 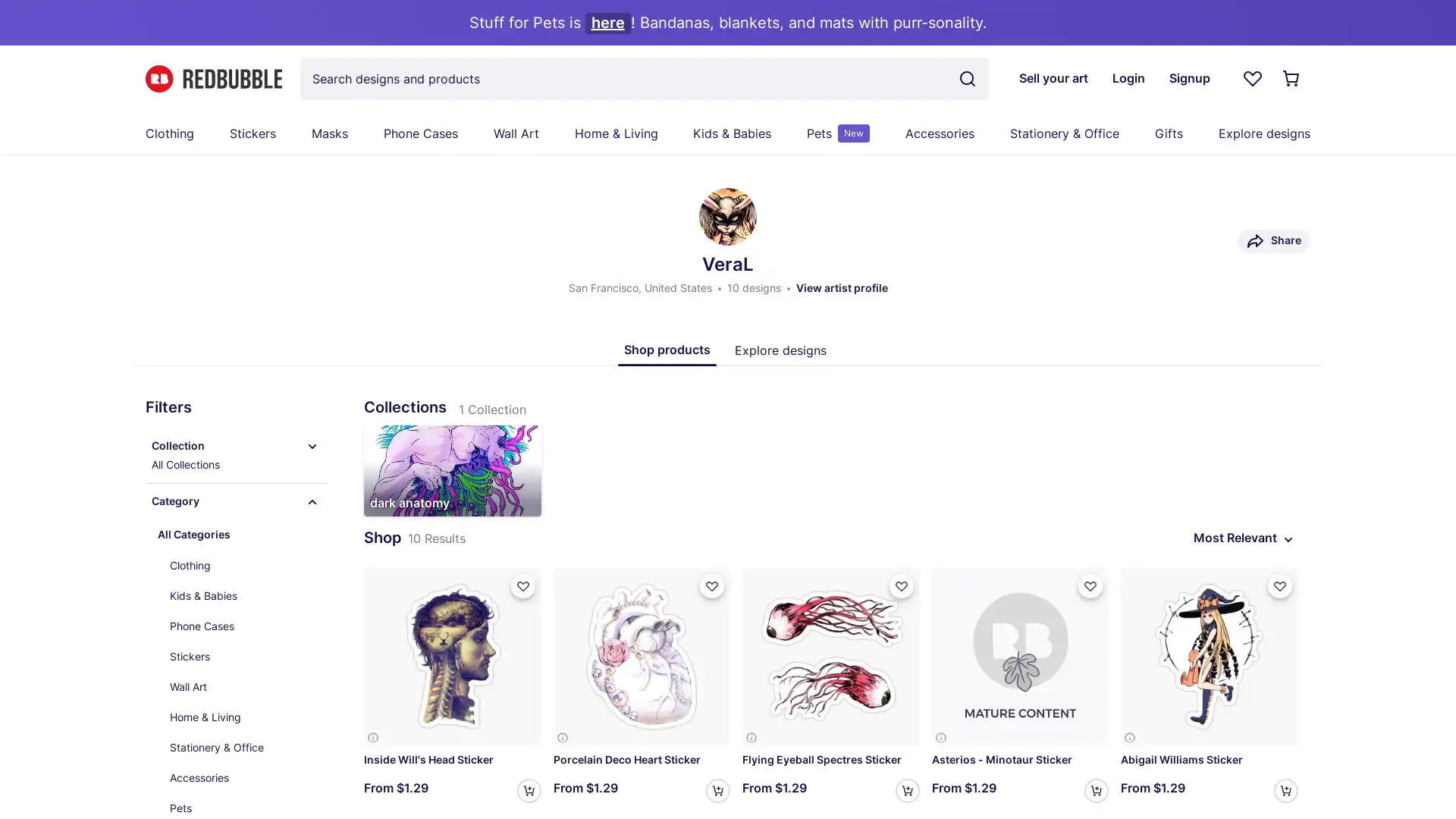 What do you see at coordinates (1274, 240) in the screenshot?
I see `Share` at bounding box center [1274, 240].